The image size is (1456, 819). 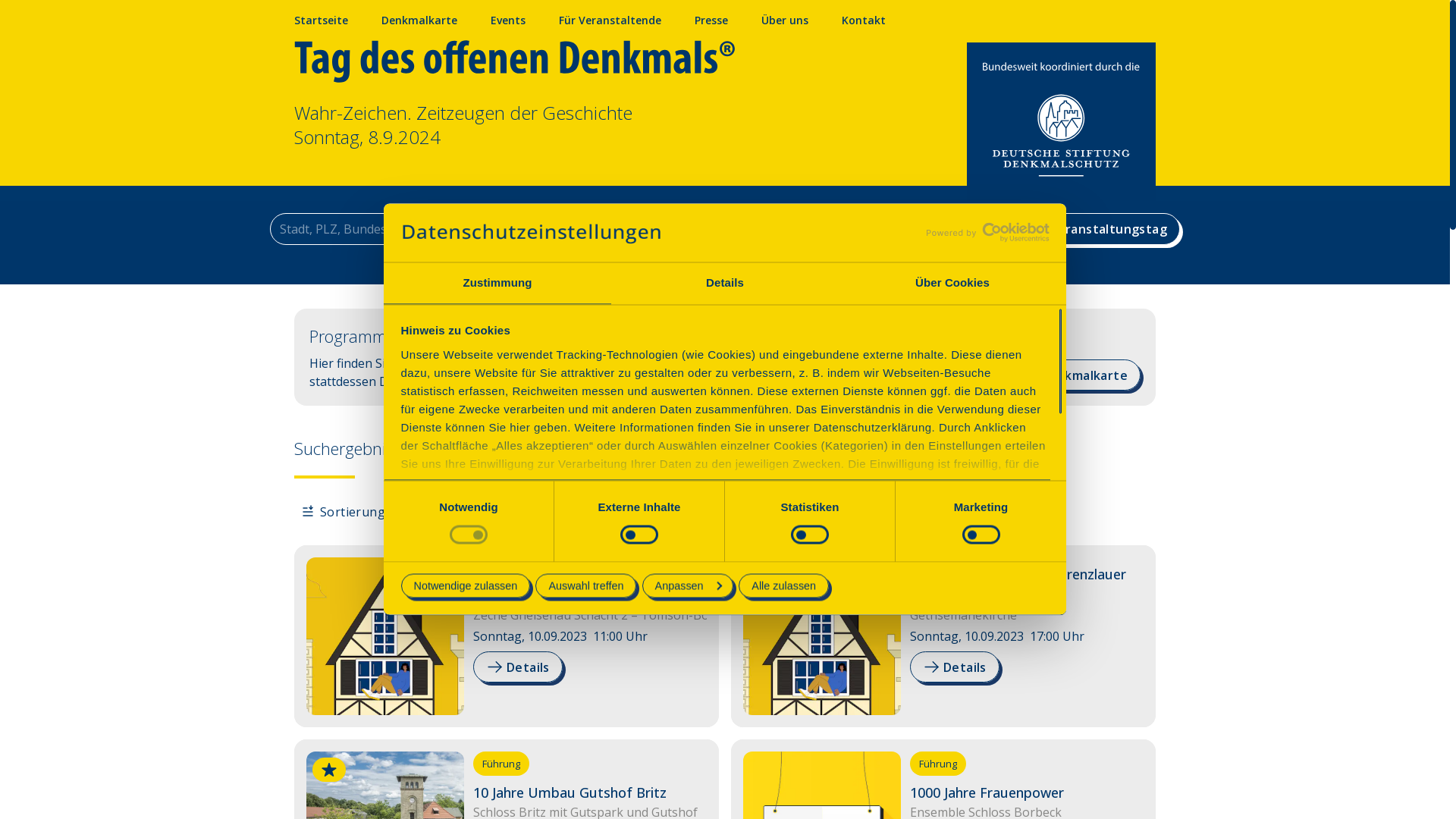 I want to click on 'Kontakt', so click(x=840, y=20).